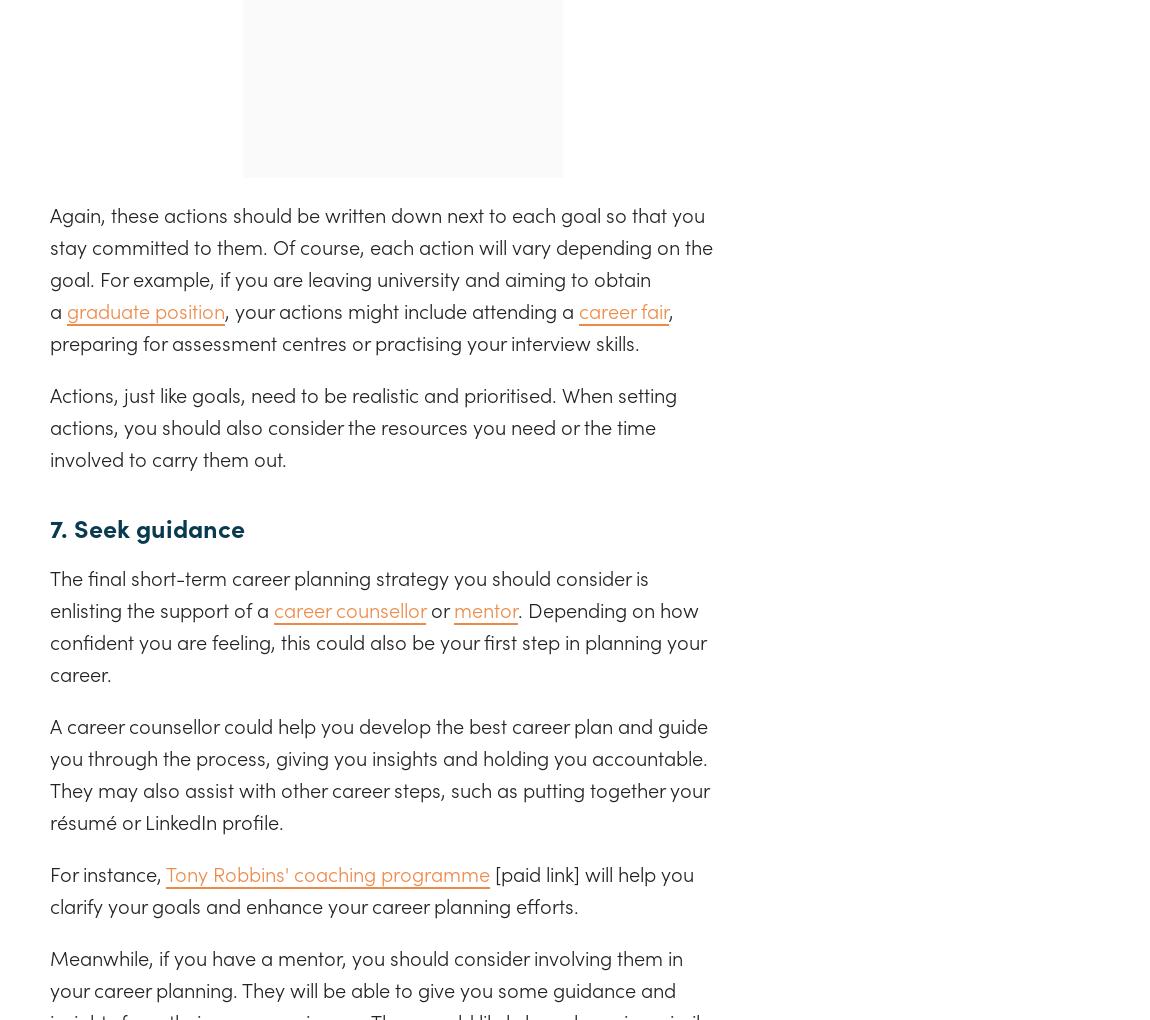  What do you see at coordinates (149, 525) in the screenshot?
I see `'7. Seek guidance'` at bounding box center [149, 525].